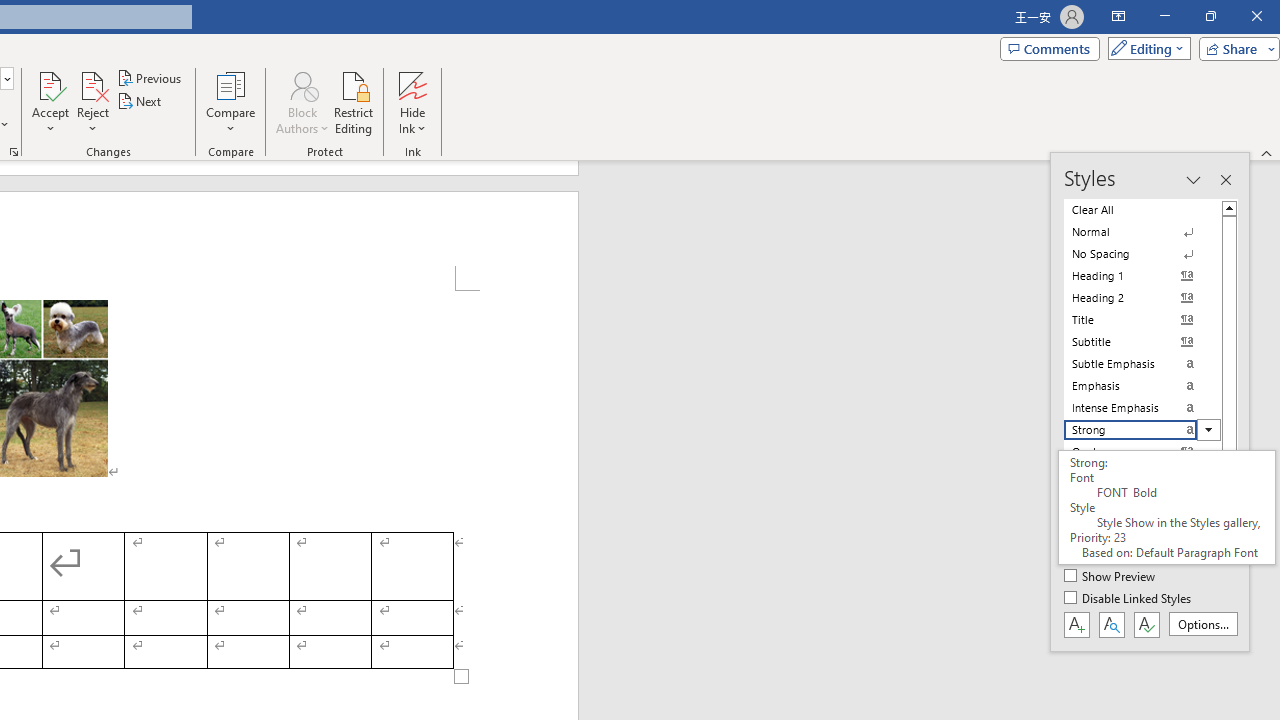 The width and height of the screenshot is (1280, 720). I want to click on 'Next', so click(139, 101).